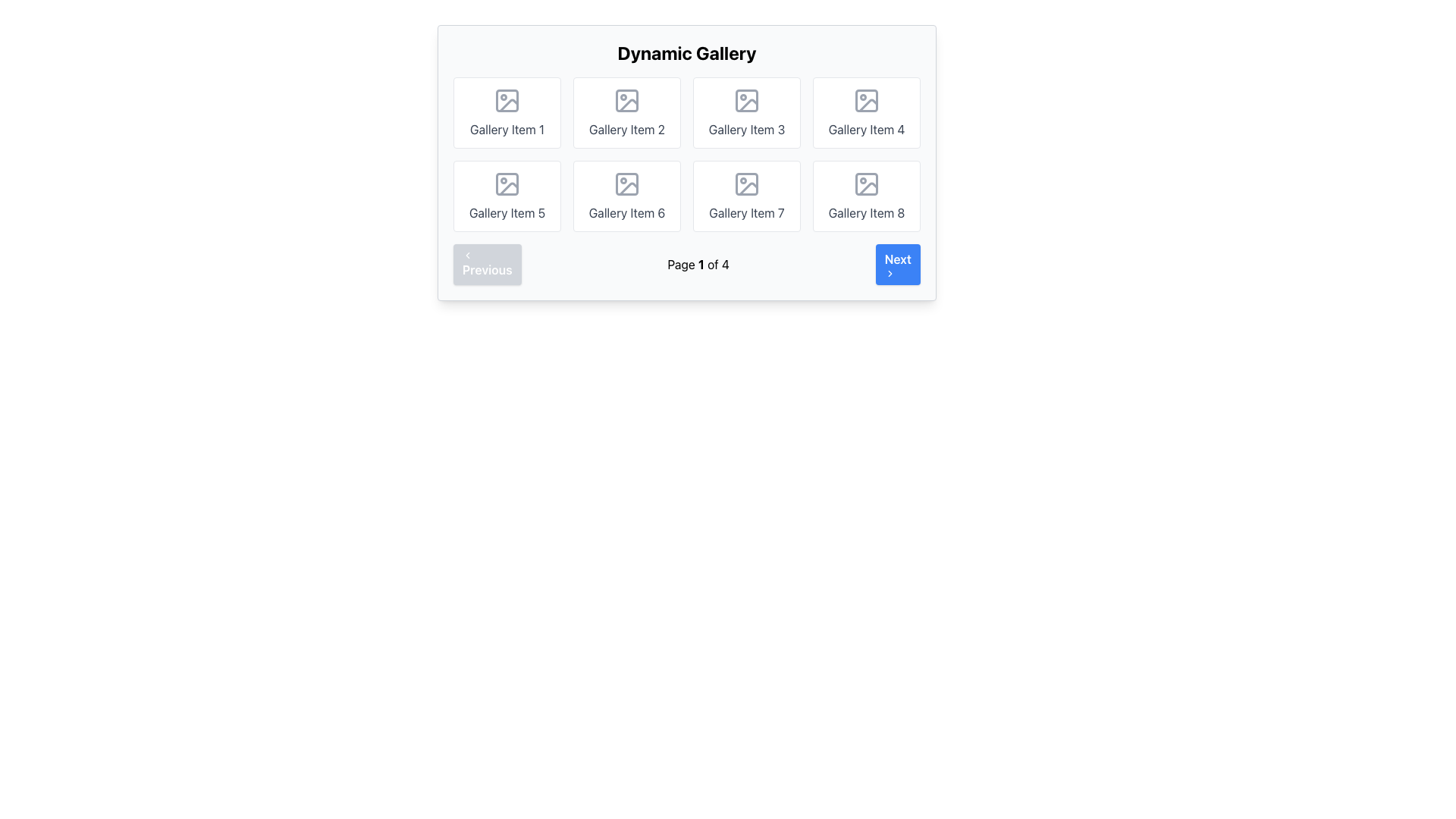 This screenshot has width=1456, height=819. What do you see at coordinates (866, 184) in the screenshot?
I see `the gray square icon with rounded corners in the bottom-right corner of the layout, specifically part of 'Gallery Item 8'` at bounding box center [866, 184].